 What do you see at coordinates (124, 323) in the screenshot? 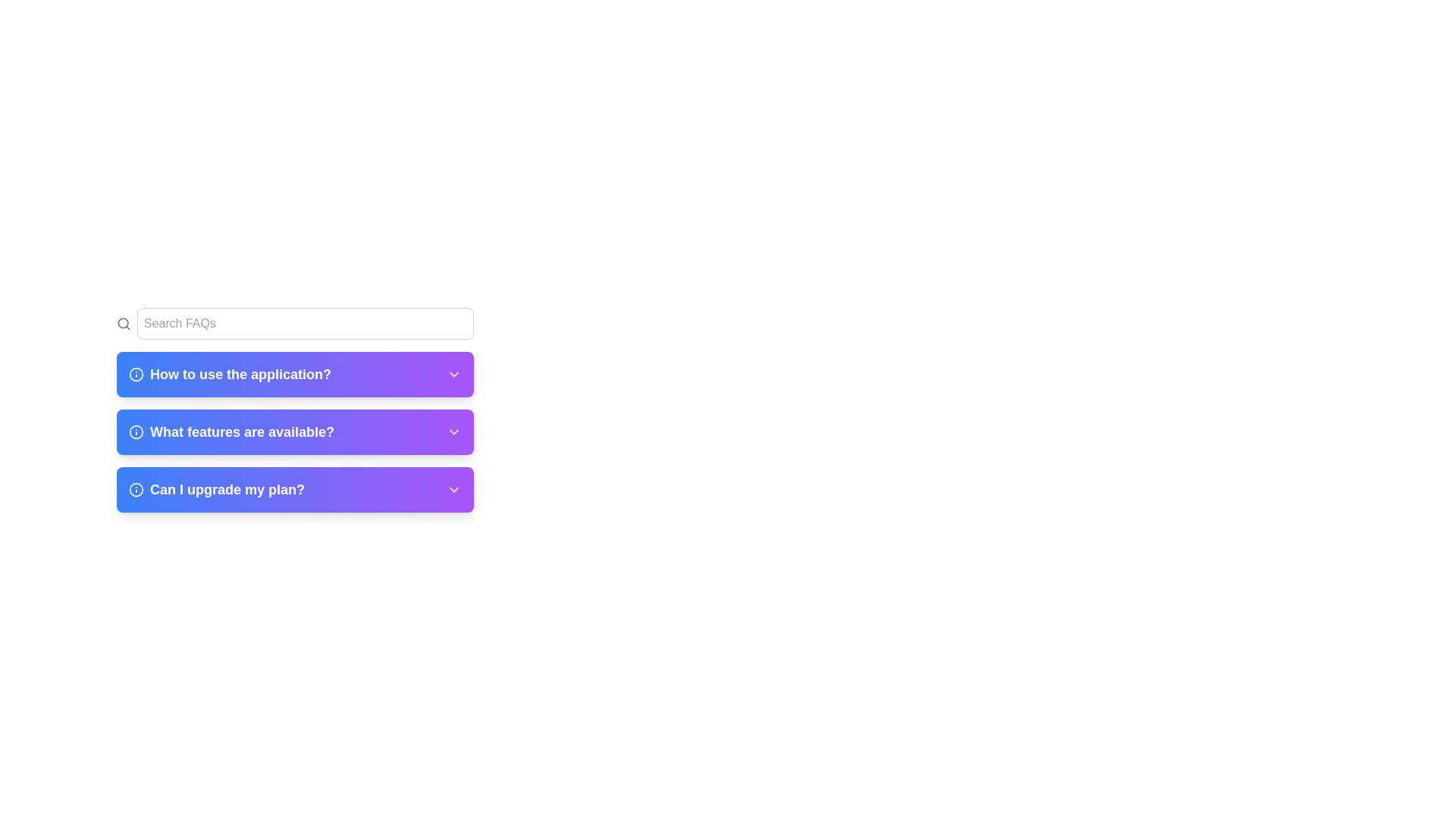
I see `the search icon located inside the search bar component at the left side, which visually indicates the associated input field is for searching` at bounding box center [124, 323].